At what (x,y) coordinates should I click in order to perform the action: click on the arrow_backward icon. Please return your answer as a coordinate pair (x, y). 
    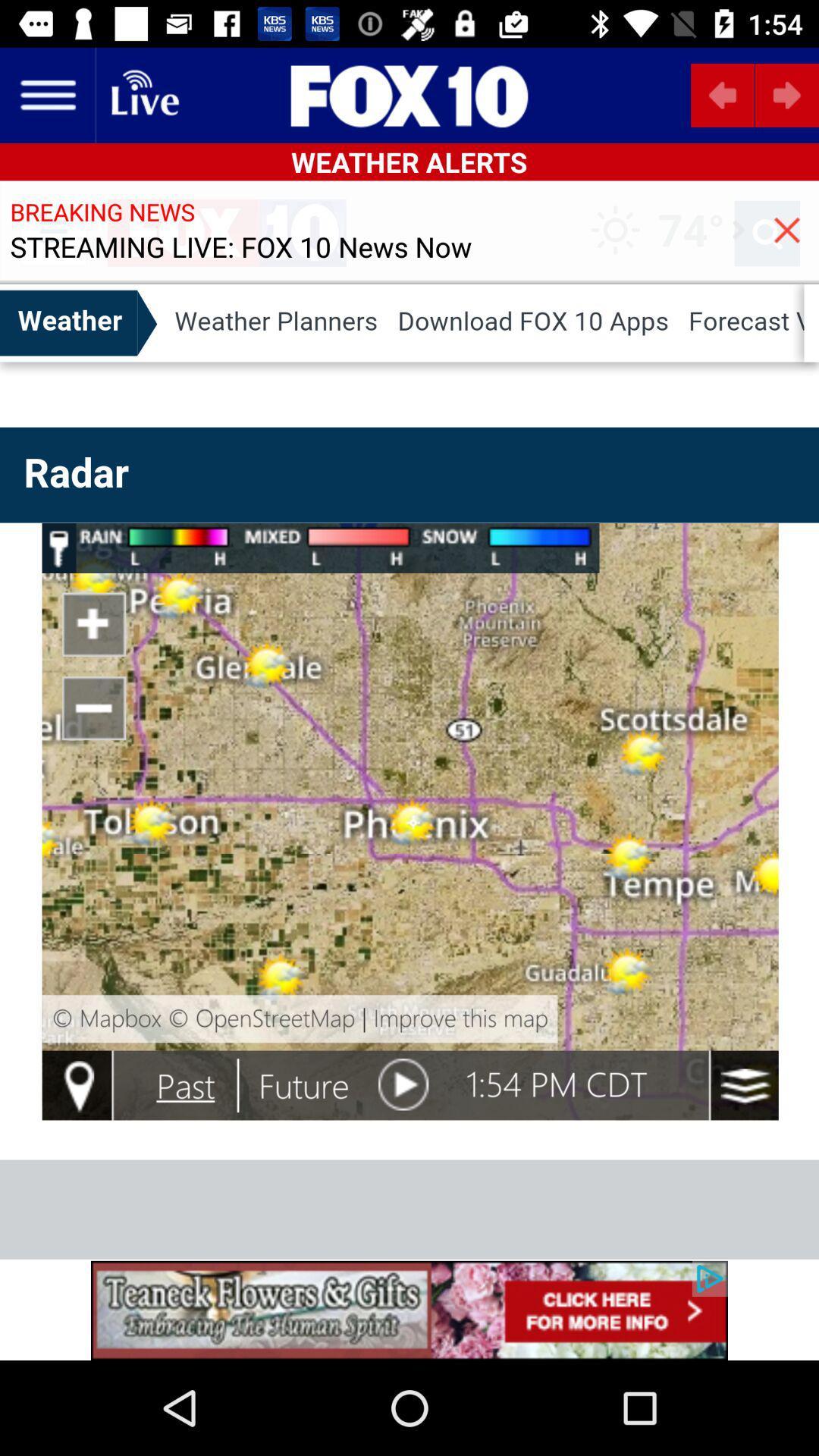
    Looking at the image, I should click on (722, 94).